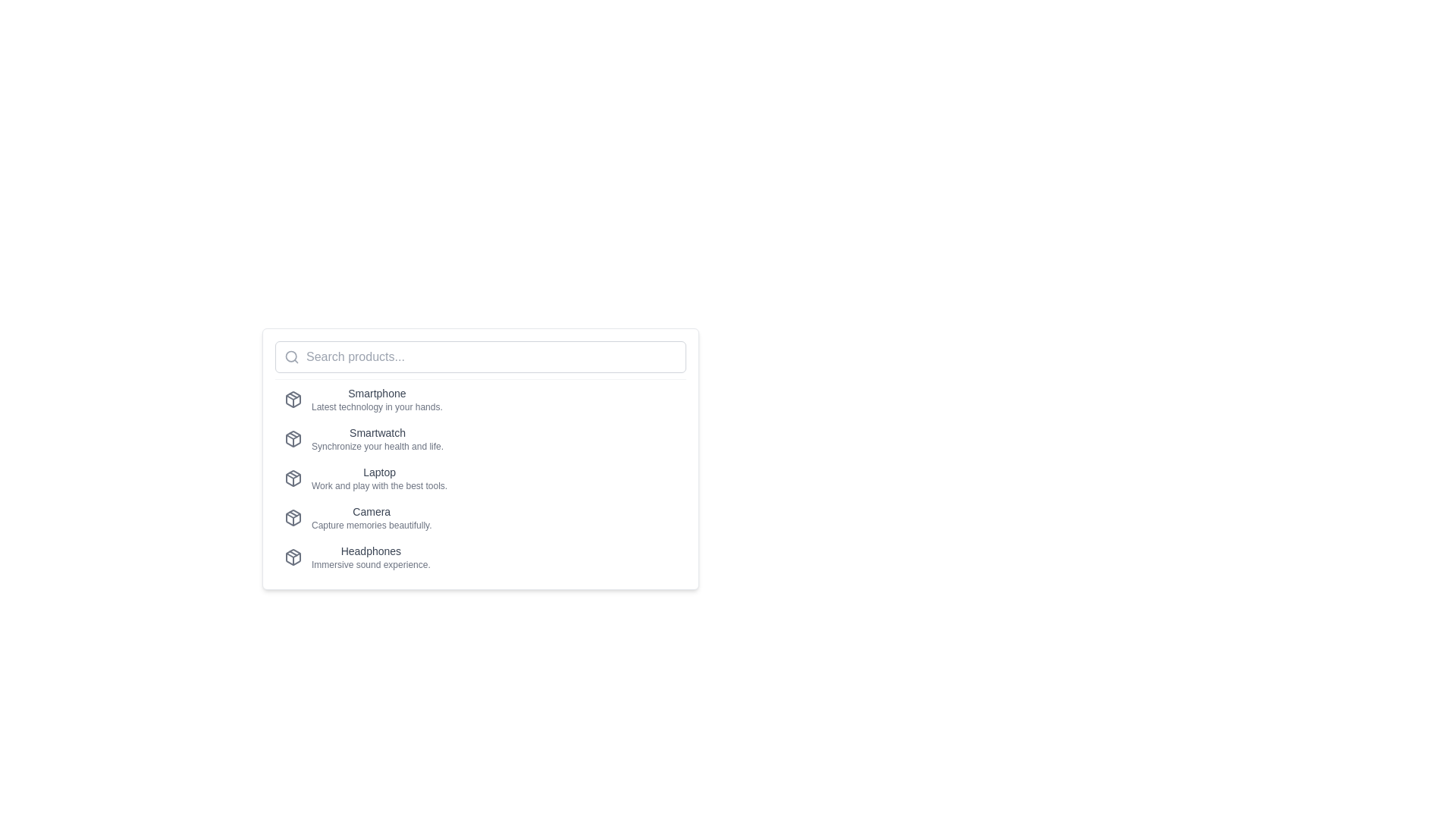 This screenshot has height=819, width=1456. What do you see at coordinates (293, 479) in the screenshot?
I see `on the 'package' or 'box' icon representing the 'Laptop' entry in the vertical list` at bounding box center [293, 479].